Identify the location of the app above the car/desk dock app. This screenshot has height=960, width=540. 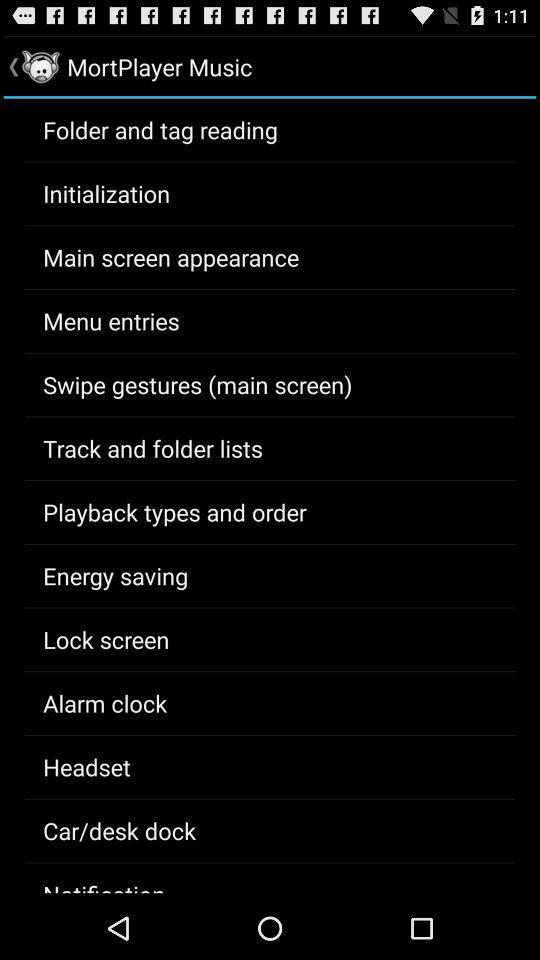
(85, 766).